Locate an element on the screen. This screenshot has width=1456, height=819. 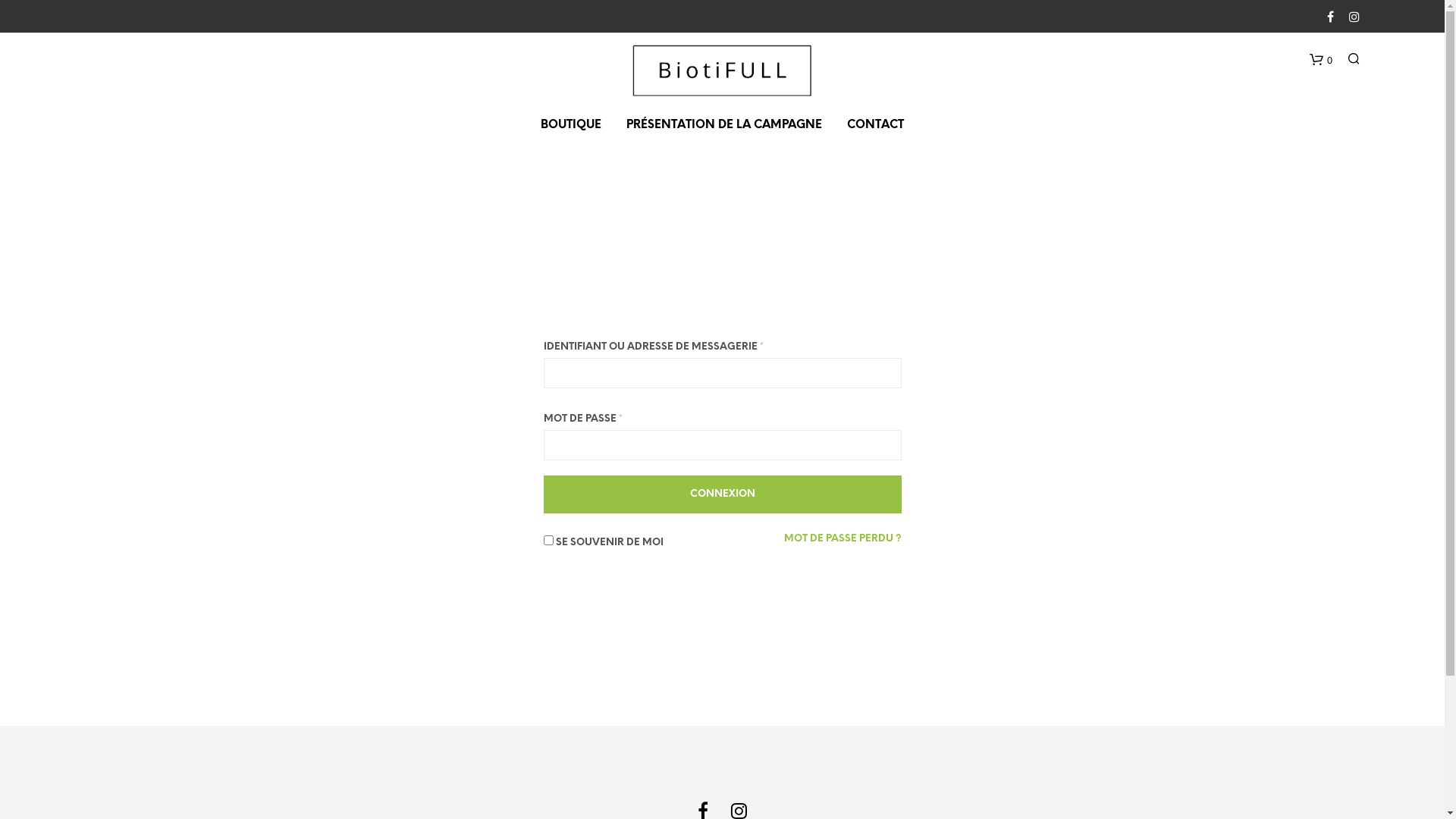
'0' is located at coordinates (1319, 58).